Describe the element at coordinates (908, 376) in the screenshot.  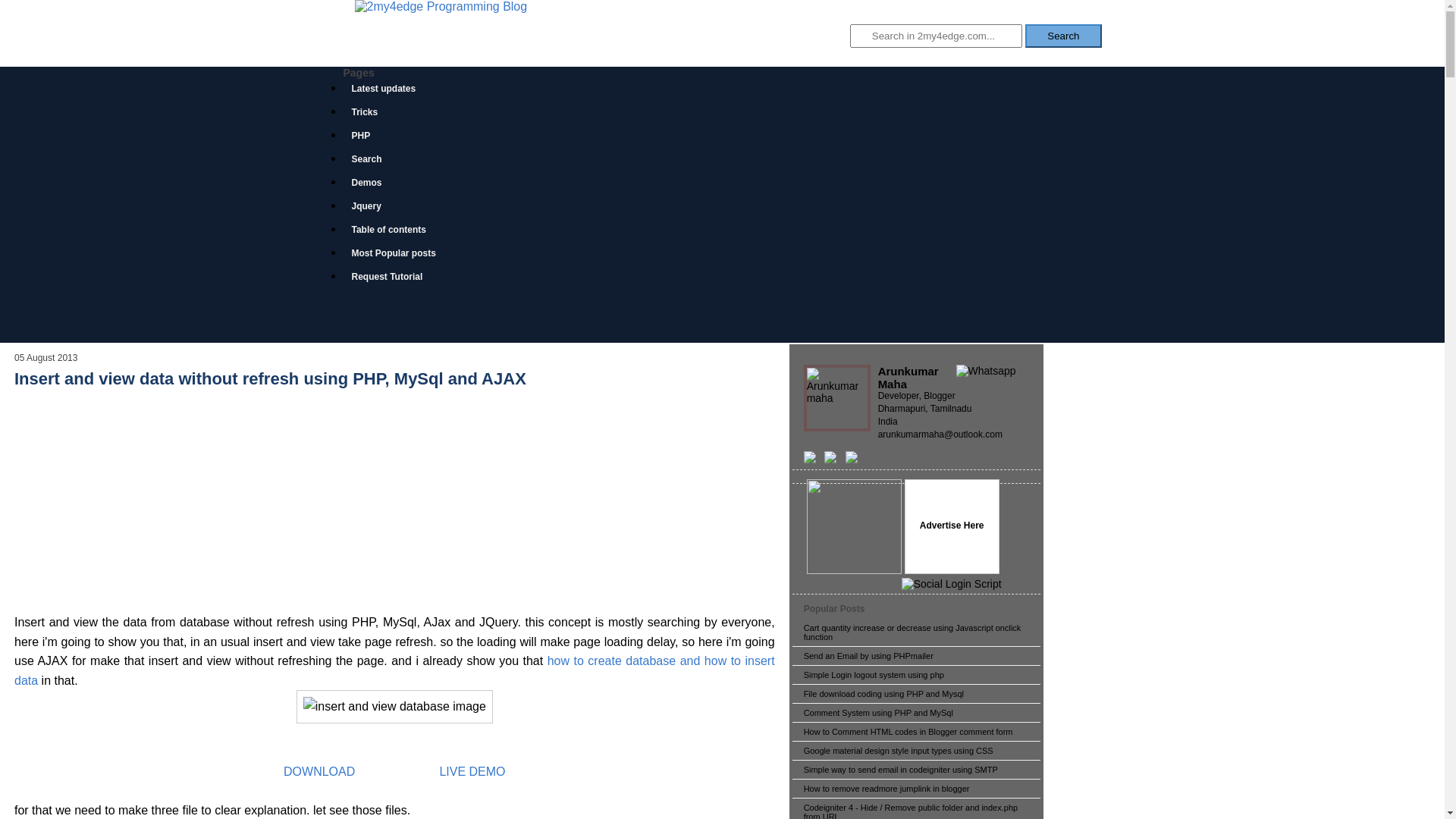
I see `'Arunkumar Maha'` at that location.